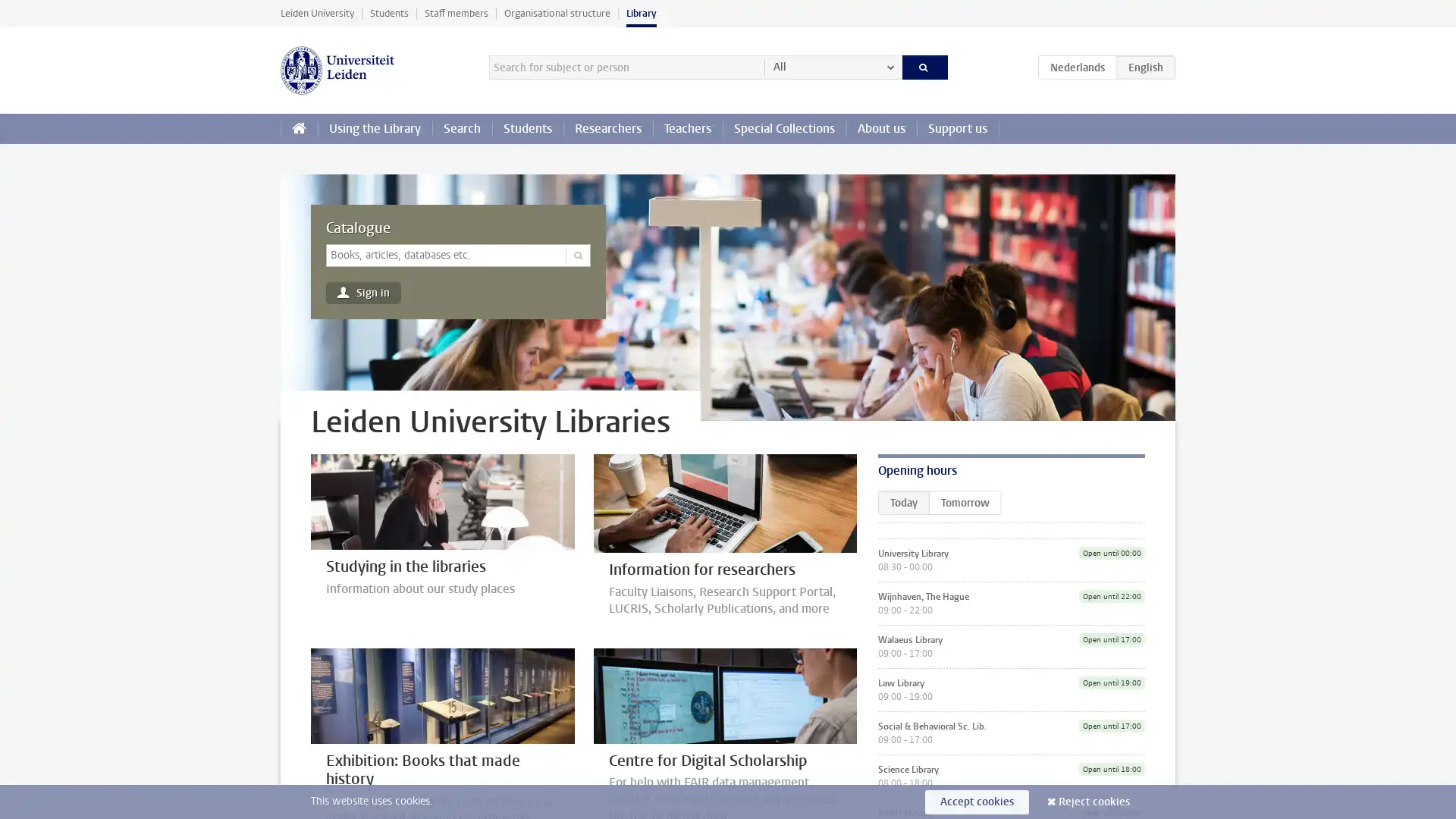 The height and width of the screenshot is (819, 1456). I want to click on Search, so click(924, 66).